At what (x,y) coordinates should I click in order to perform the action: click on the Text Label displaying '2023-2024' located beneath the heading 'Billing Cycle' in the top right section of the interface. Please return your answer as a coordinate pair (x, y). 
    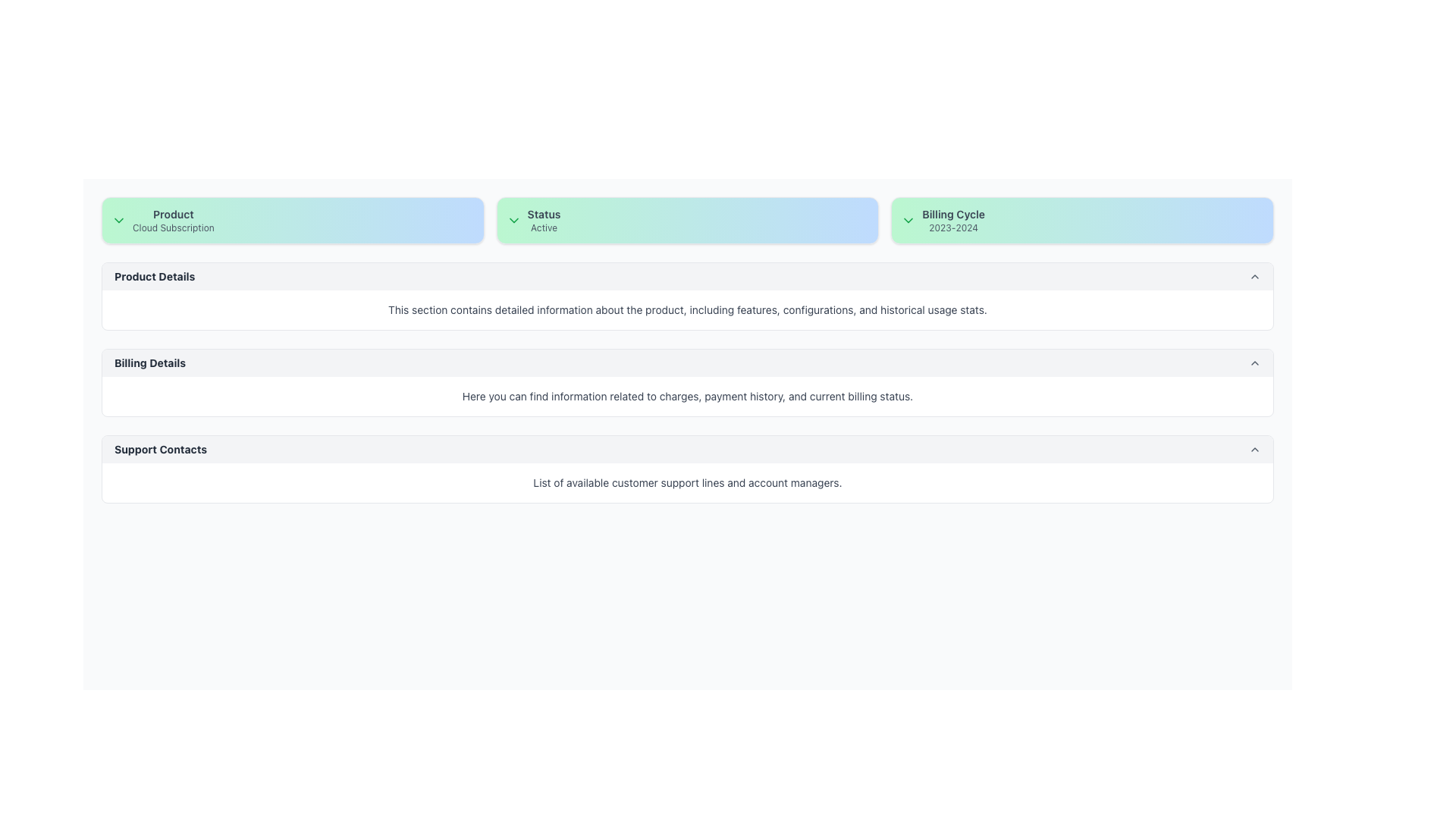
    Looking at the image, I should click on (952, 227).